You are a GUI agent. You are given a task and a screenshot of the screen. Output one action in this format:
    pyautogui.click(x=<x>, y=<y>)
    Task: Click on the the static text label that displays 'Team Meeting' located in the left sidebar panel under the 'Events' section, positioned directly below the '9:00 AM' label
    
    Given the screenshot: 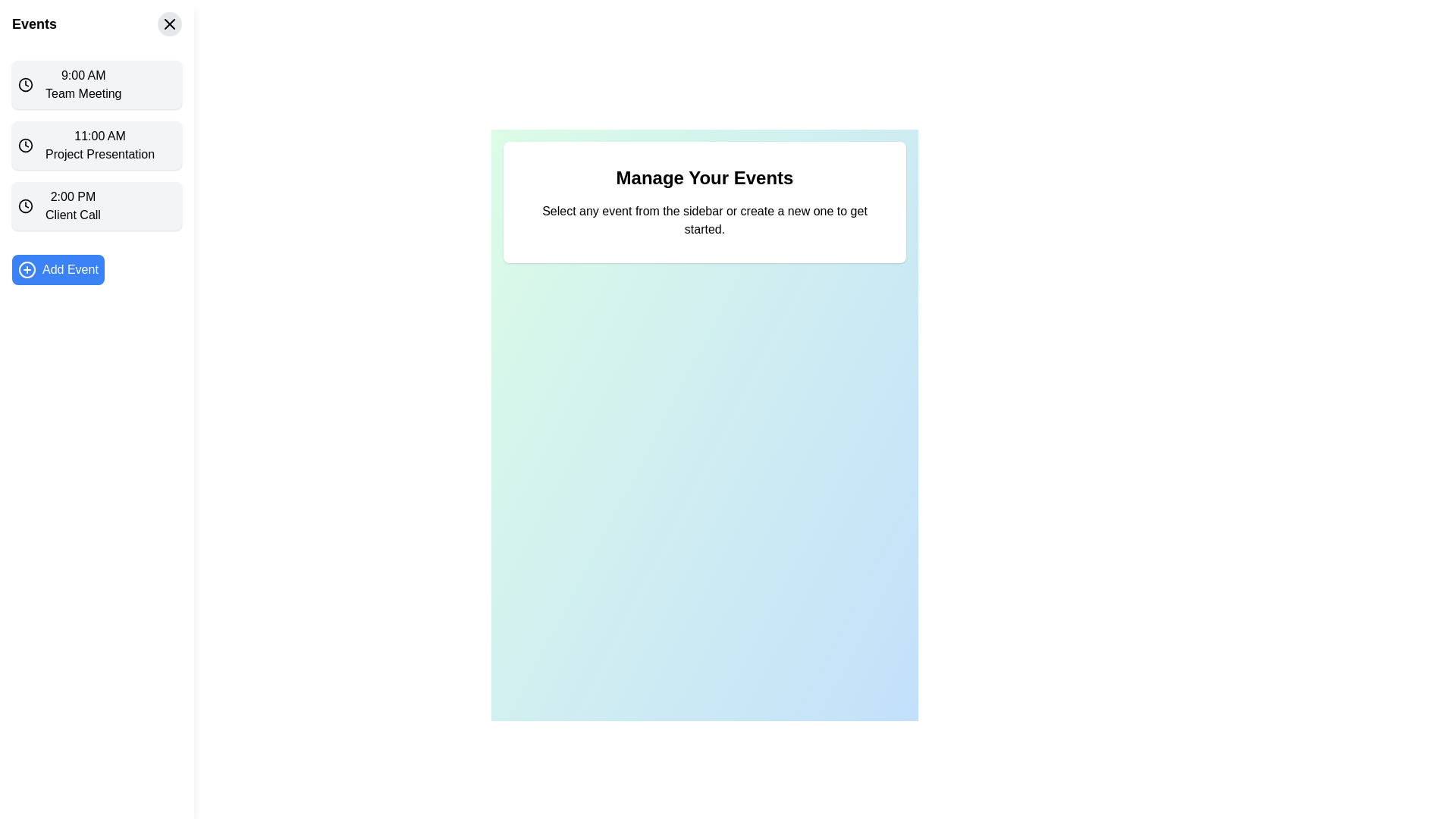 What is the action you would take?
    pyautogui.click(x=83, y=93)
    